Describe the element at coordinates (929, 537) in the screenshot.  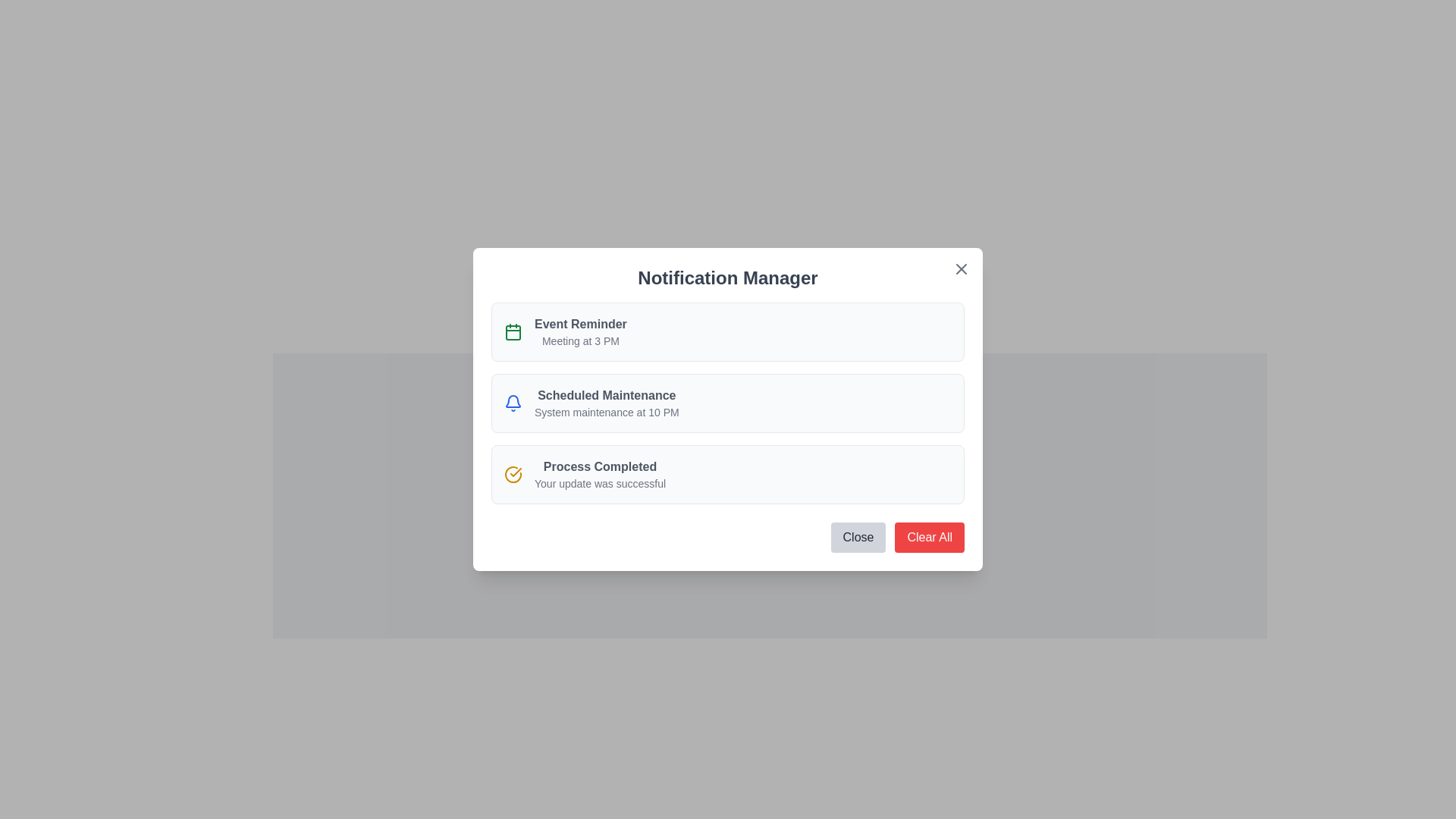
I see `the 'Clear All' button located at the bottom-right corner of the 'Notification Manager' modal` at that location.